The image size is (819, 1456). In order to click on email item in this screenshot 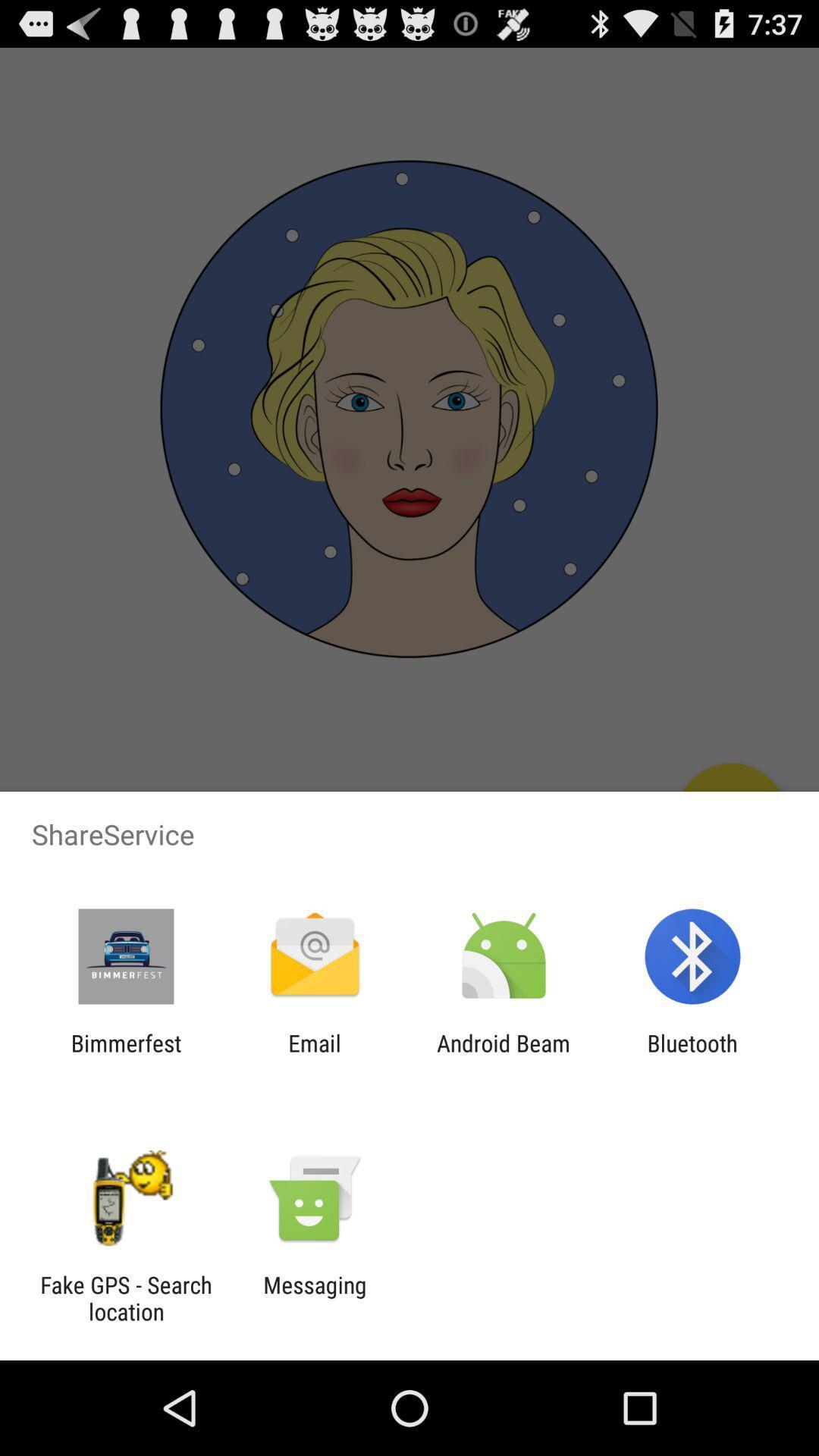, I will do `click(314, 1056)`.